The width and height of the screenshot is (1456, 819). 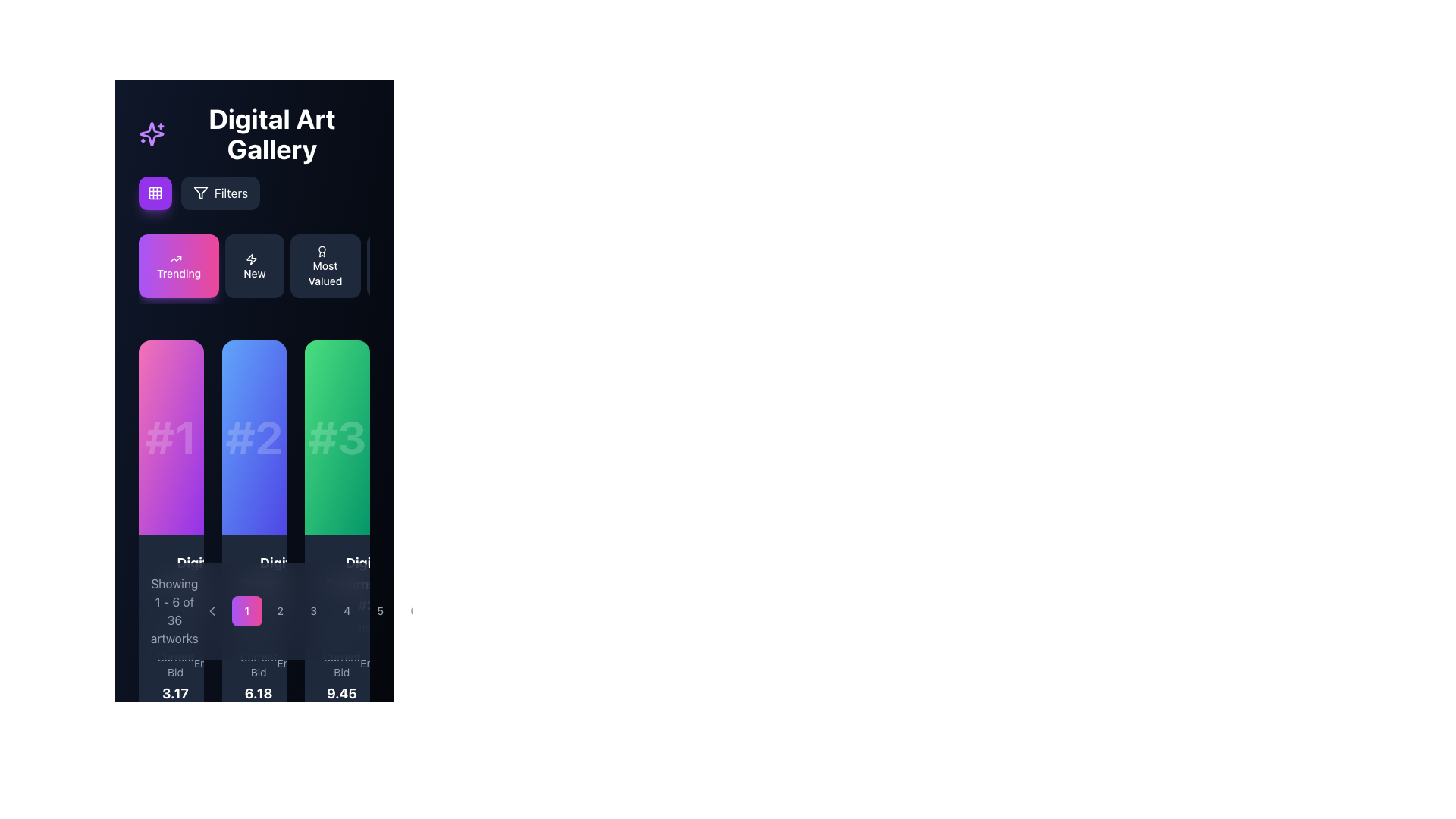 I want to click on the rectangular button labeled 'New' with a white lightning bolt icon, positioned between the 'Trending' and 'Most Valued' buttons, so click(x=255, y=265).